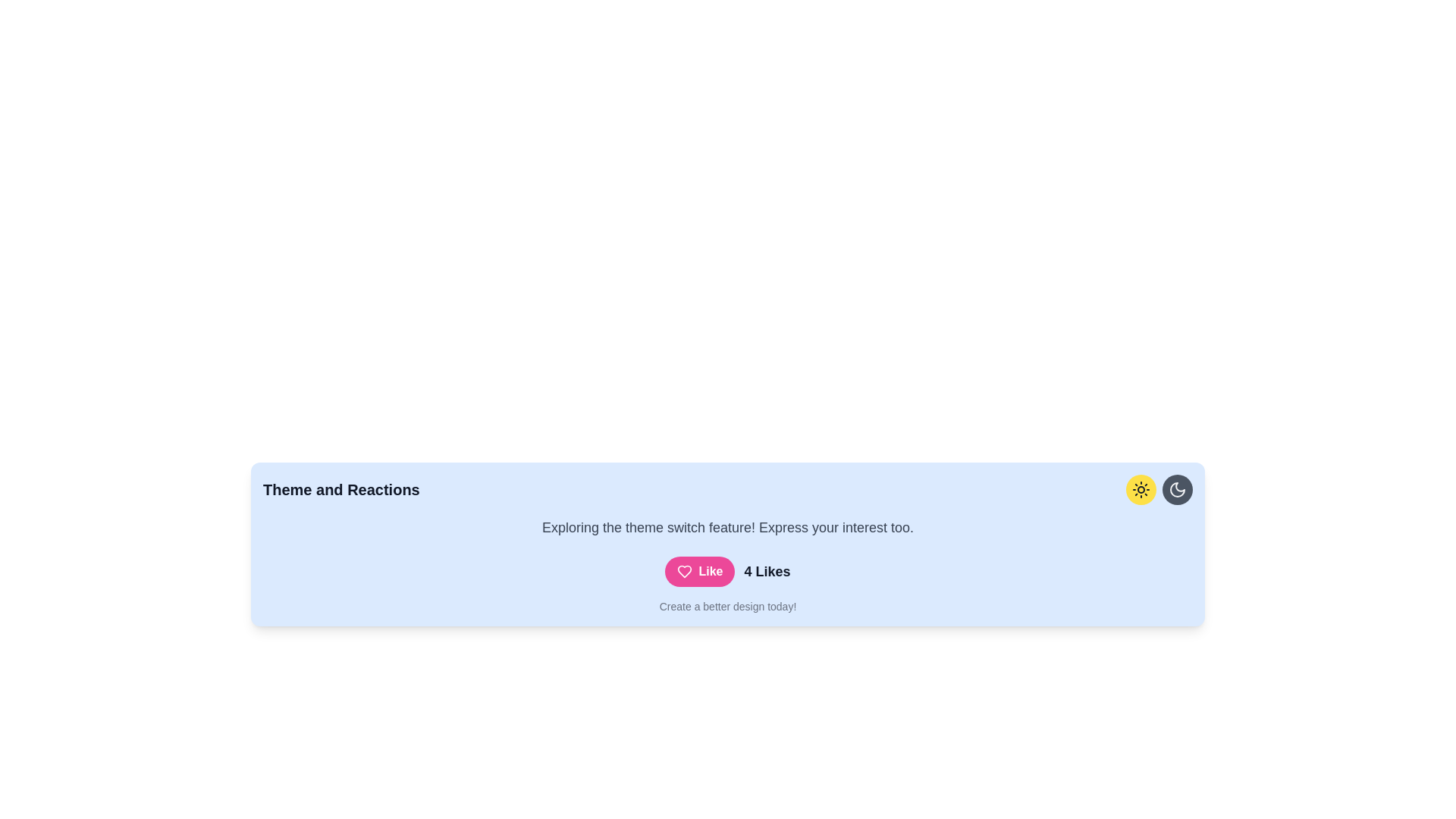  What do you see at coordinates (767, 571) in the screenshot?
I see `the text label that indicates the number of likes received, which is located immediately to the right of the pink 'Like' button with a heart icon` at bounding box center [767, 571].